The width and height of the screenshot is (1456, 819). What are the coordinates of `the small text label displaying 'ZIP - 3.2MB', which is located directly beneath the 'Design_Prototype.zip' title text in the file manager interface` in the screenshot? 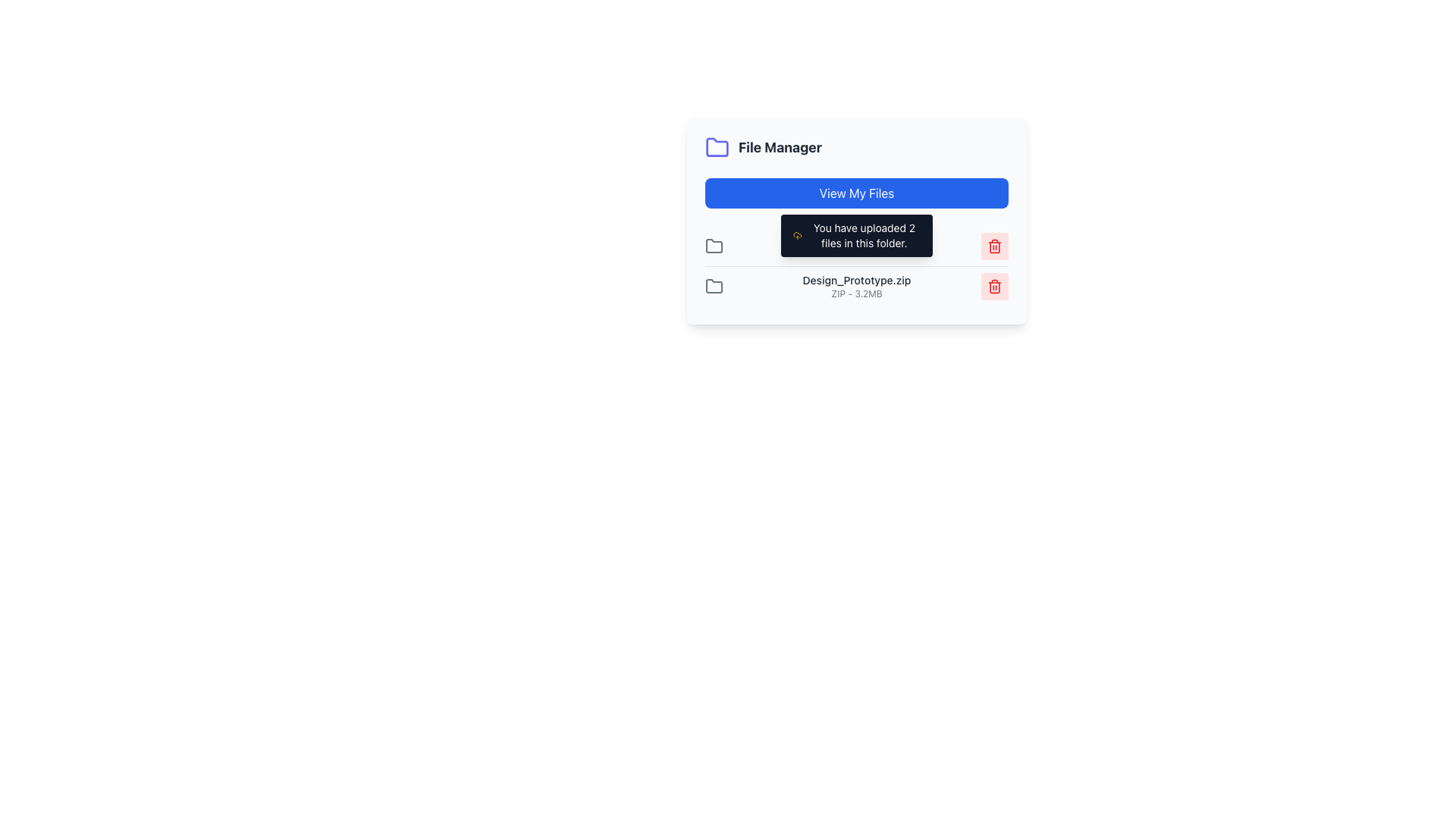 It's located at (856, 294).